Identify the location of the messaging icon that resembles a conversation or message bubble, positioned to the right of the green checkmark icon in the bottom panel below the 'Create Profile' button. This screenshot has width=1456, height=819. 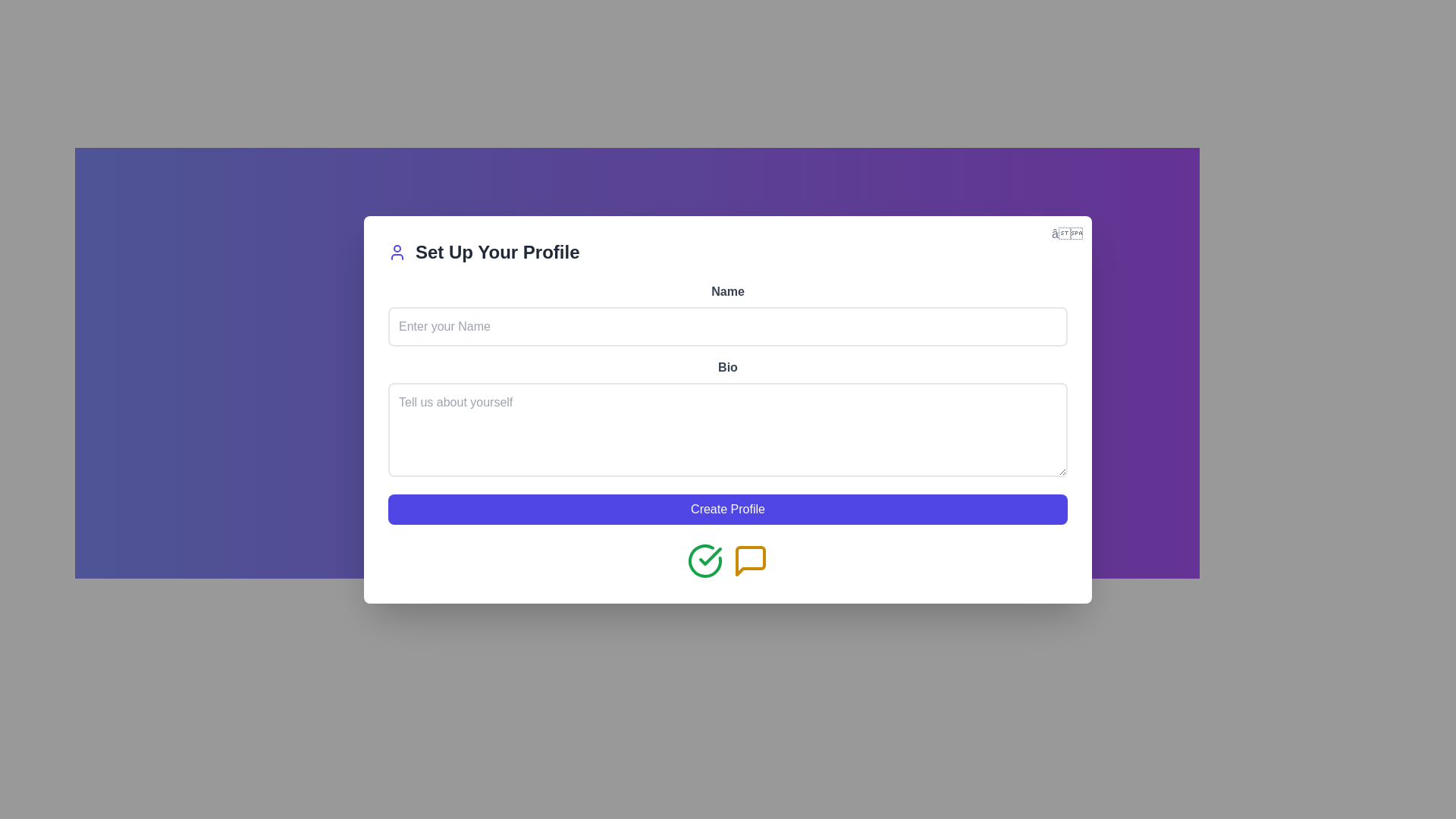
(750, 560).